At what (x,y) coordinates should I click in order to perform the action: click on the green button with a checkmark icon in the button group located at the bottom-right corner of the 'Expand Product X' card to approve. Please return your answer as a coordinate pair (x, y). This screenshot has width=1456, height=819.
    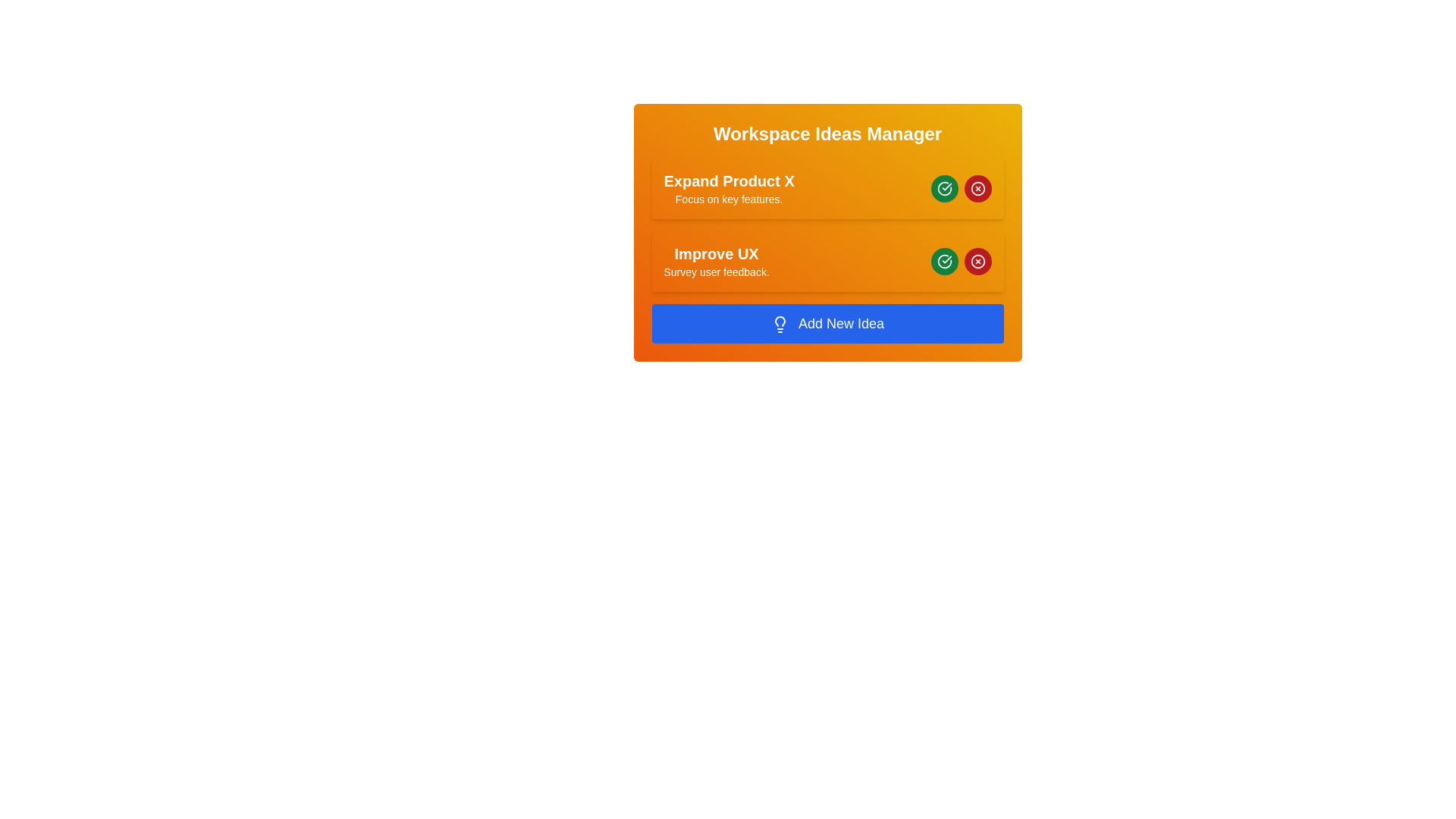
    Looking at the image, I should click on (960, 188).